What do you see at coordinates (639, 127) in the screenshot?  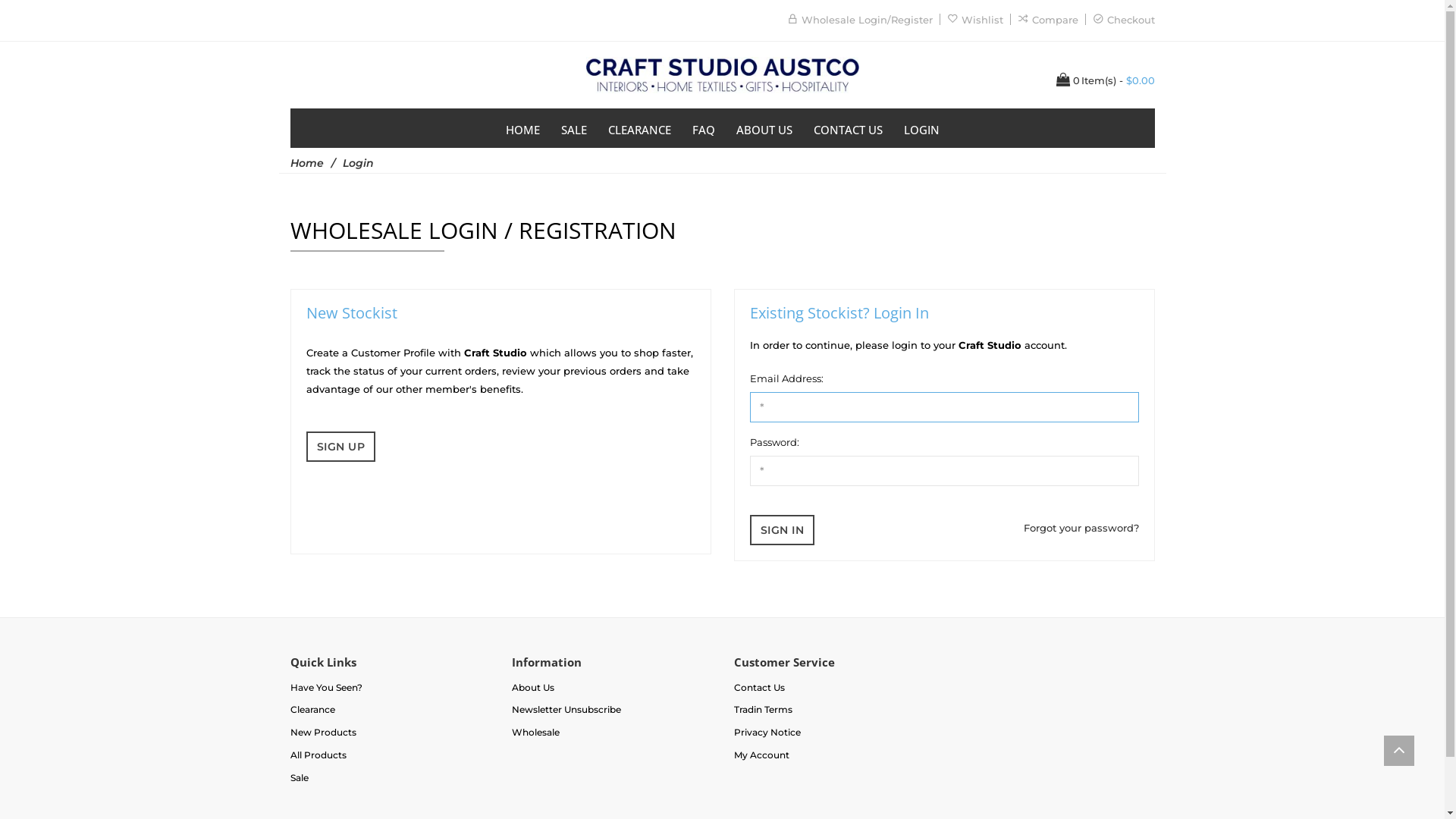 I see `'CLEARANCE'` at bounding box center [639, 127].